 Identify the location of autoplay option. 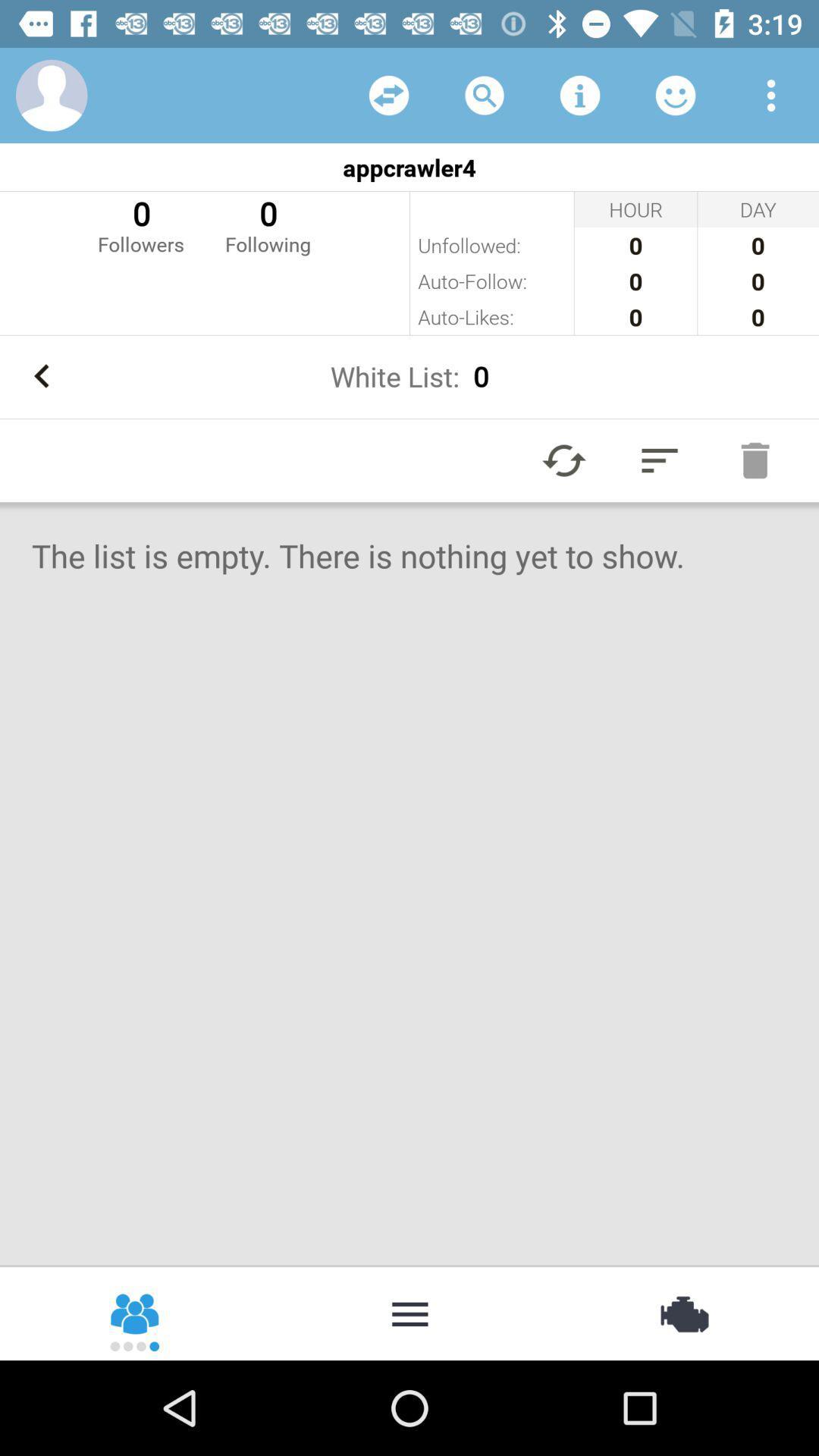
(564, 460).